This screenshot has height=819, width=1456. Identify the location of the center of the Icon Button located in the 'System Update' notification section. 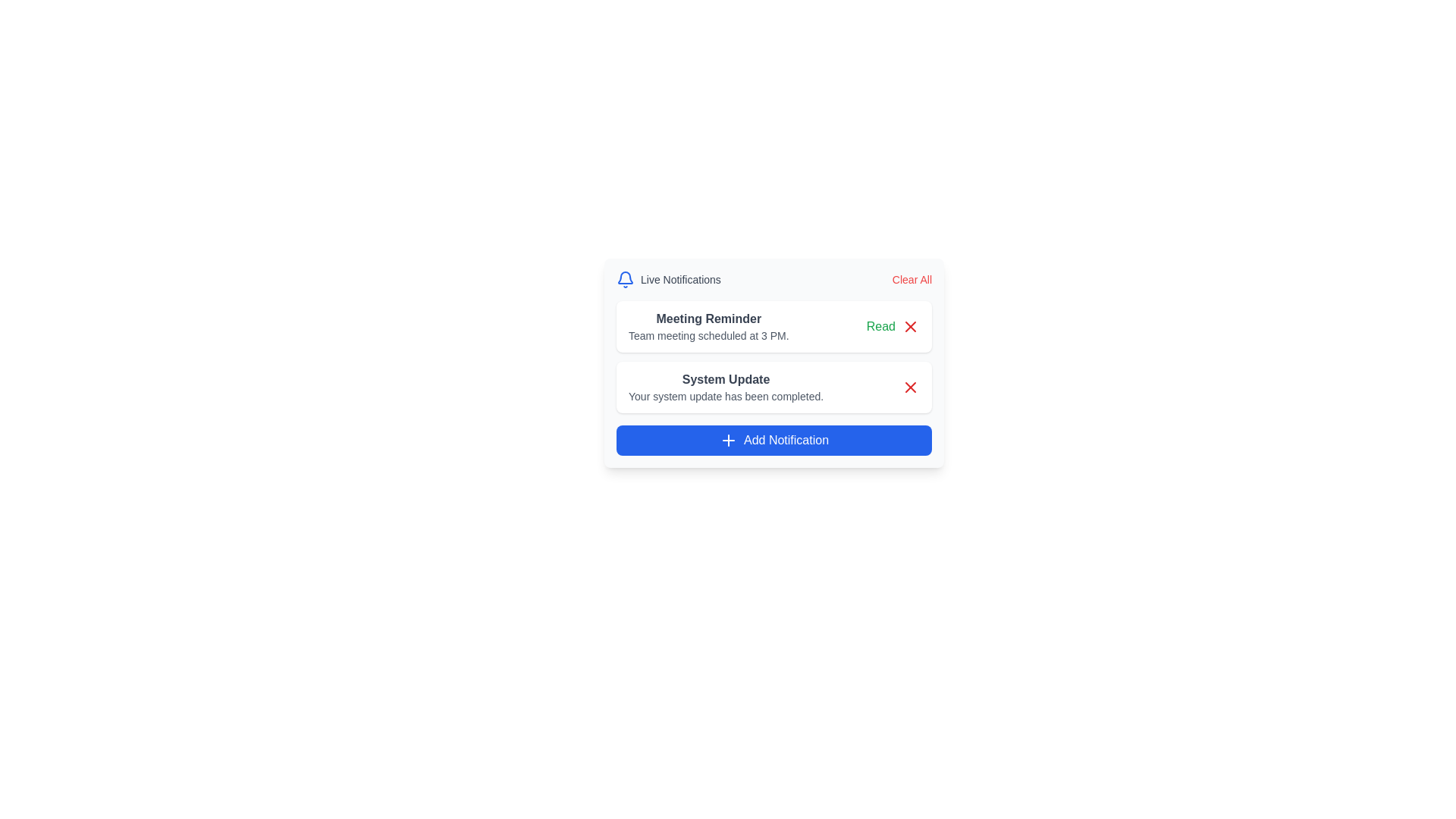
(910, 386).